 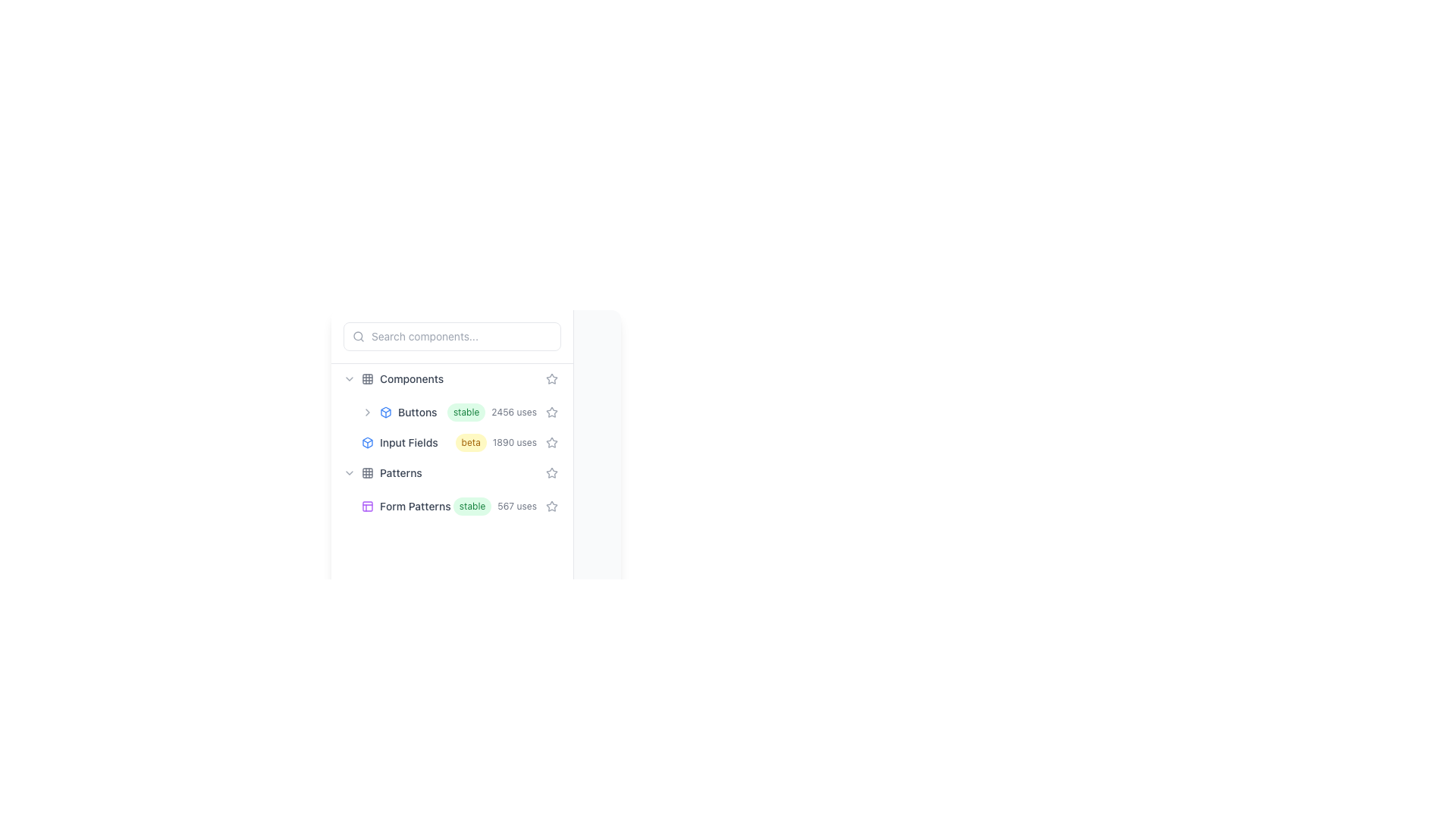 What do you see at coordinates (367, 442) in the screenshot?
I see `the small blue box icon outlined in blue, located to the left of the 'Input Fields' label in the sidebar, for additional information` at bounding box center [367, 442].